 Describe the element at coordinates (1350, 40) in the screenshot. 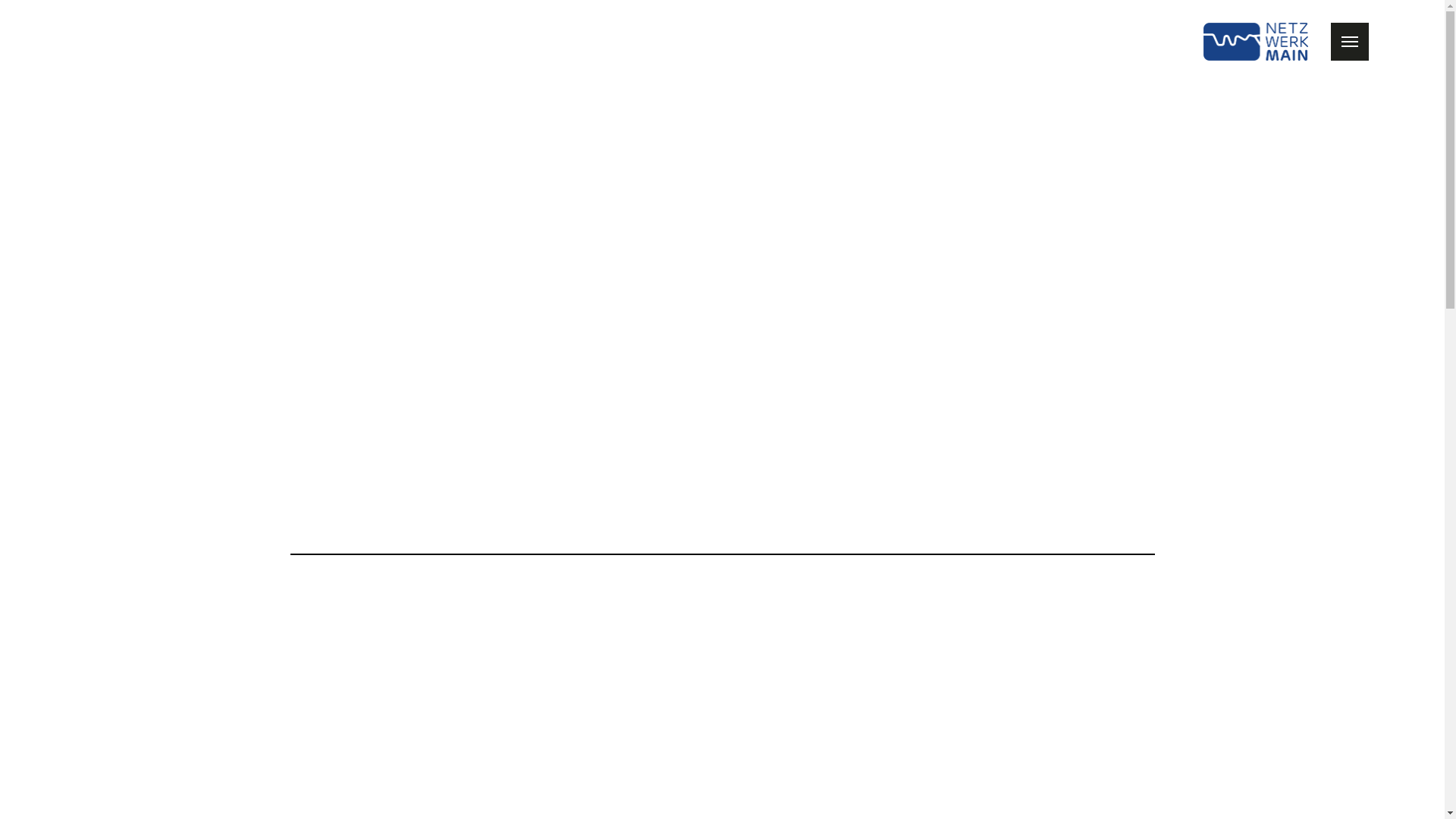

I see `'Show / Hide Navigation'` at that location.